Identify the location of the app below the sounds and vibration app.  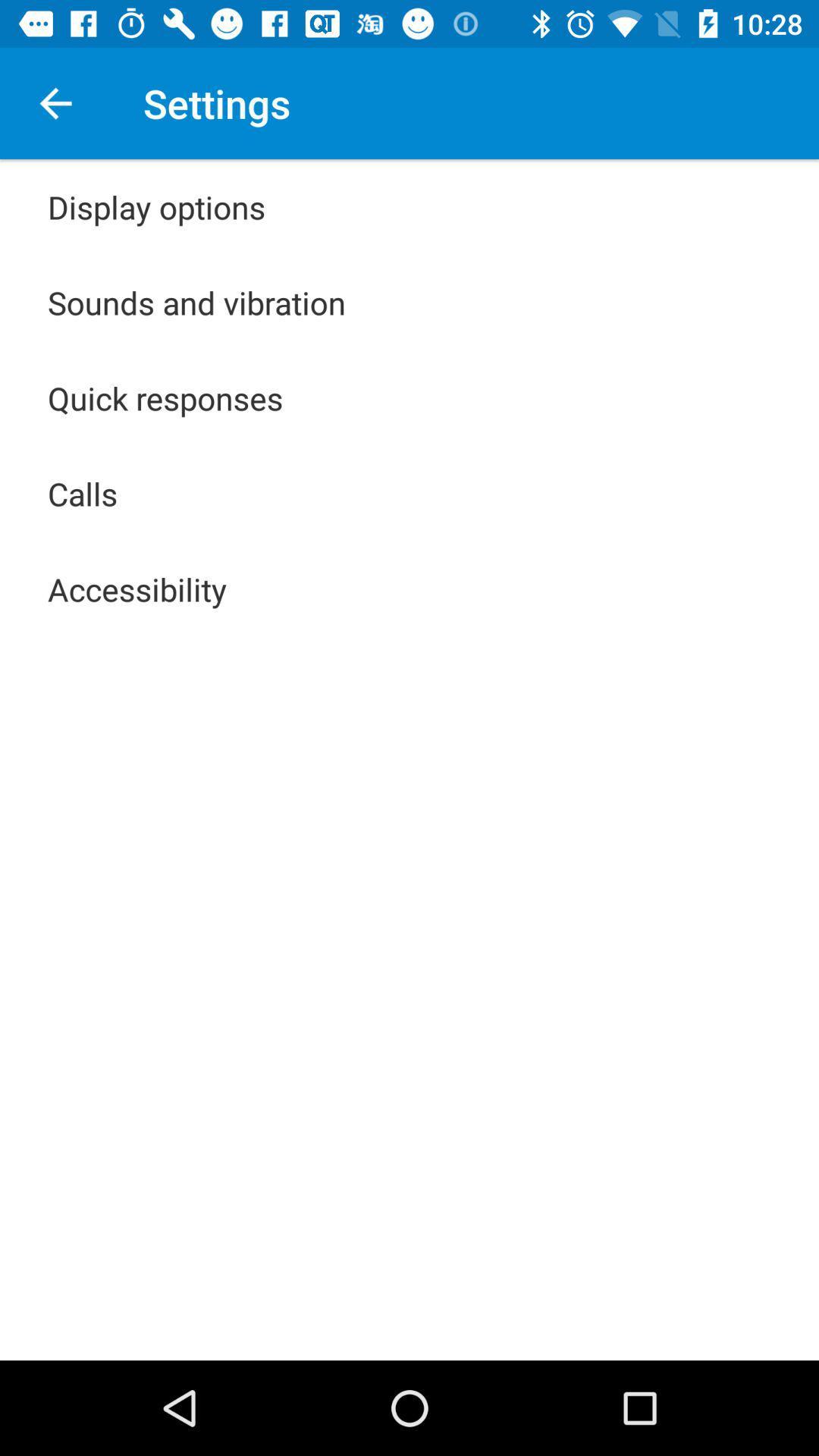
(165, 397).